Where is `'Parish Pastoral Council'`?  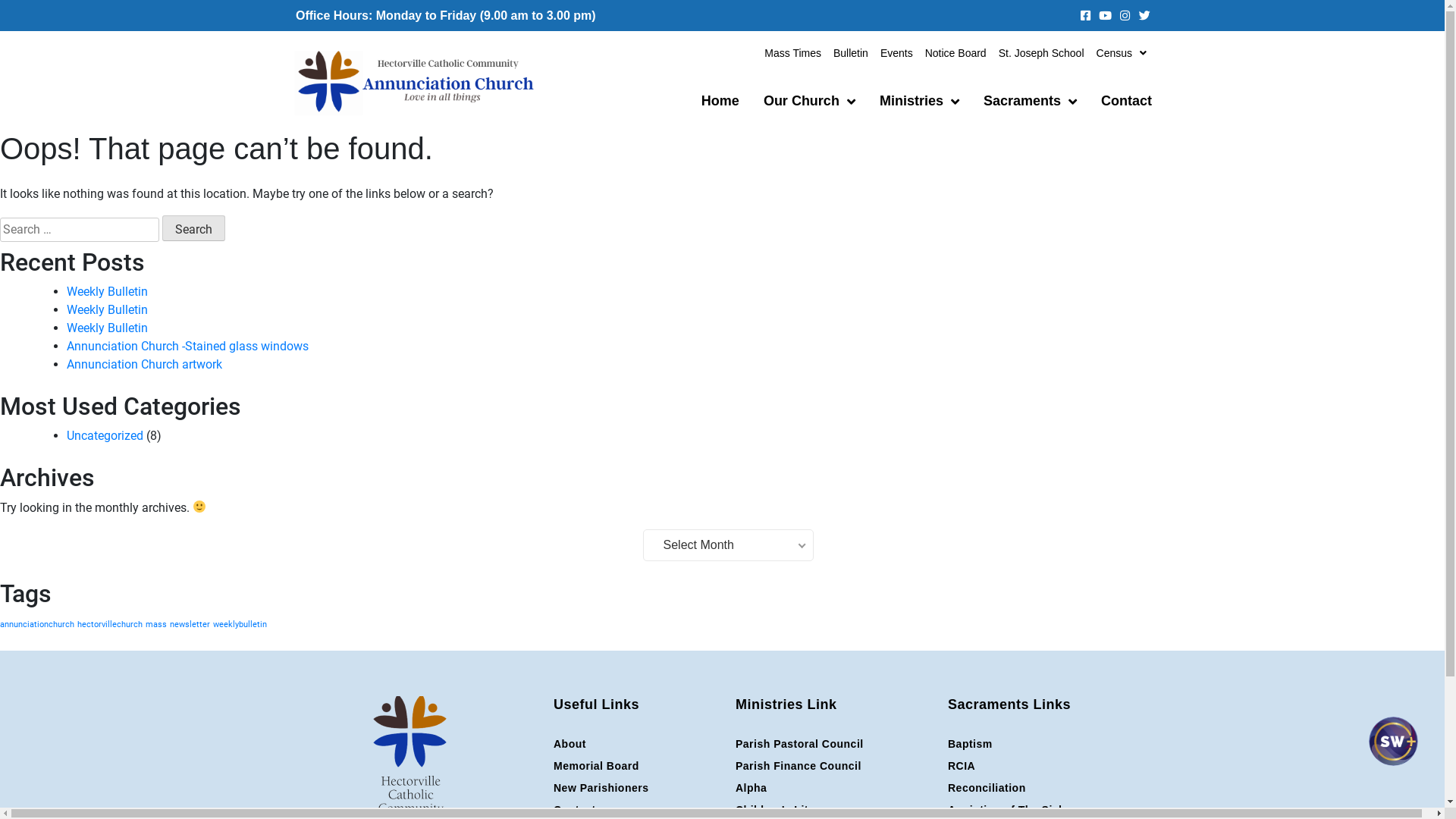 'Parish Pastoral Council' is located at coordinates (735, 743).